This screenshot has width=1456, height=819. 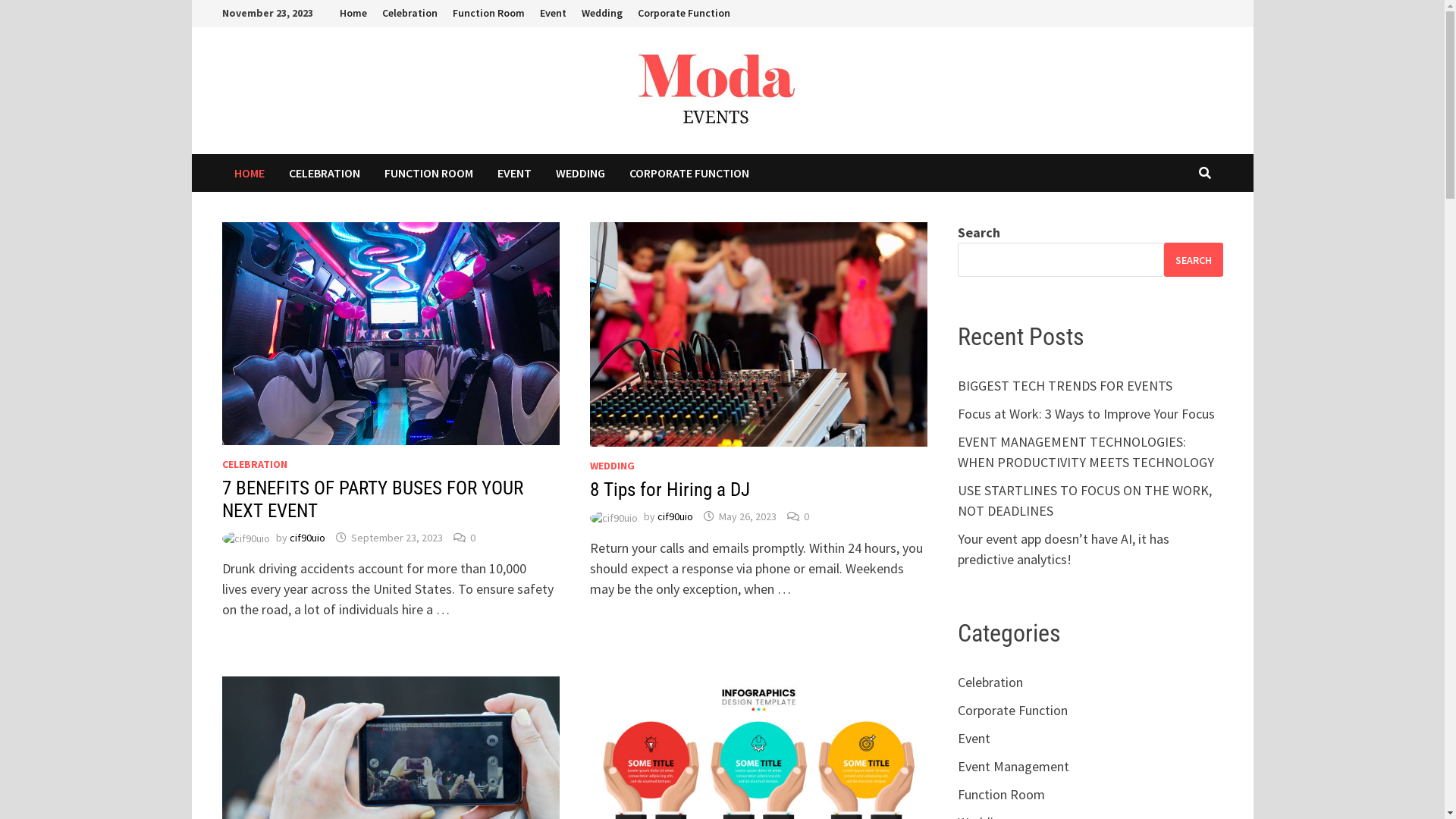 What do you see at coordinates (588, 489) in the screenshot?
I see `'8 Tips for Hiring a DJ'` at bounding box center [588, 489].